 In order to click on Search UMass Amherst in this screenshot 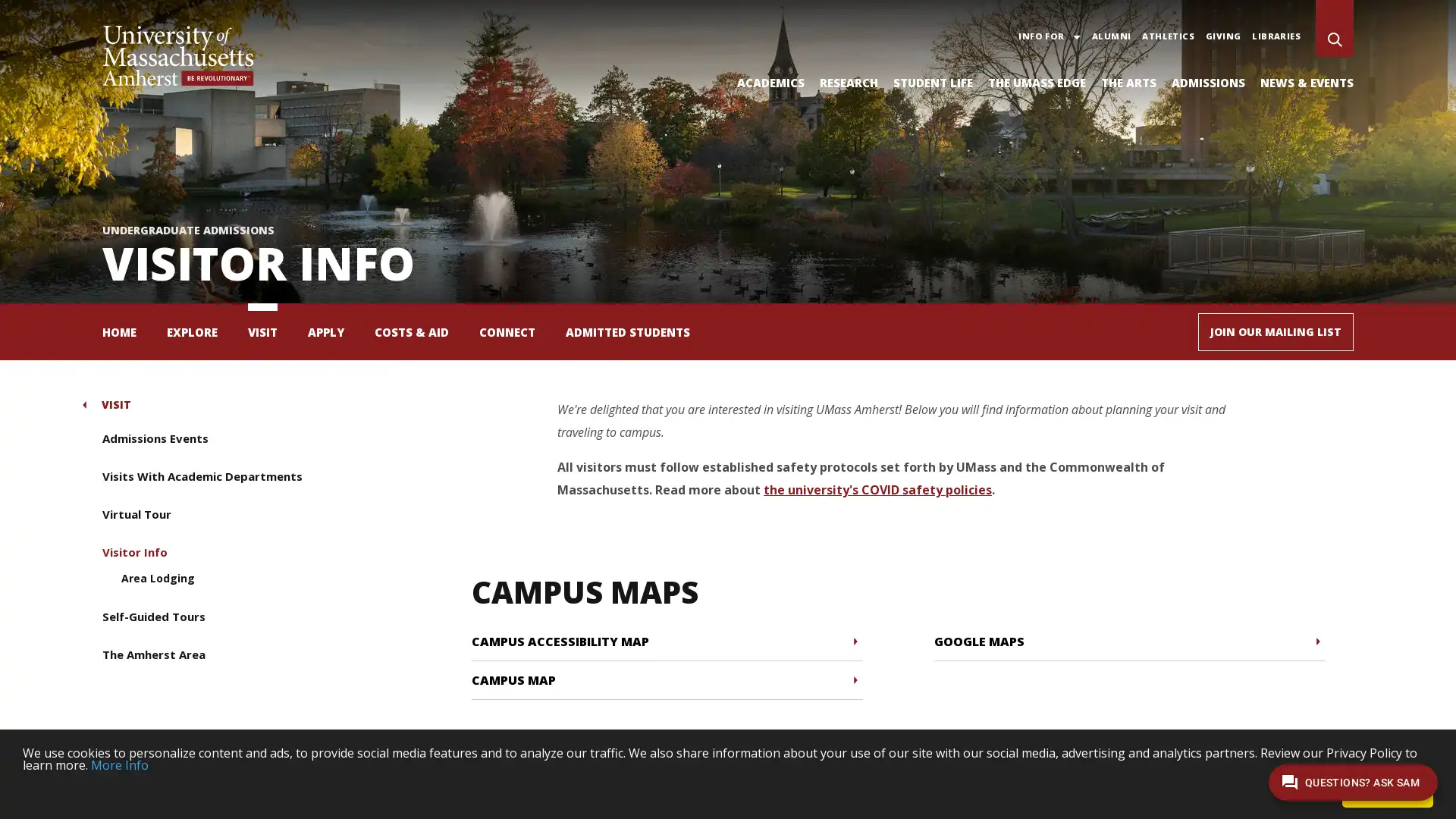, I will do `click(1335, 40)`.